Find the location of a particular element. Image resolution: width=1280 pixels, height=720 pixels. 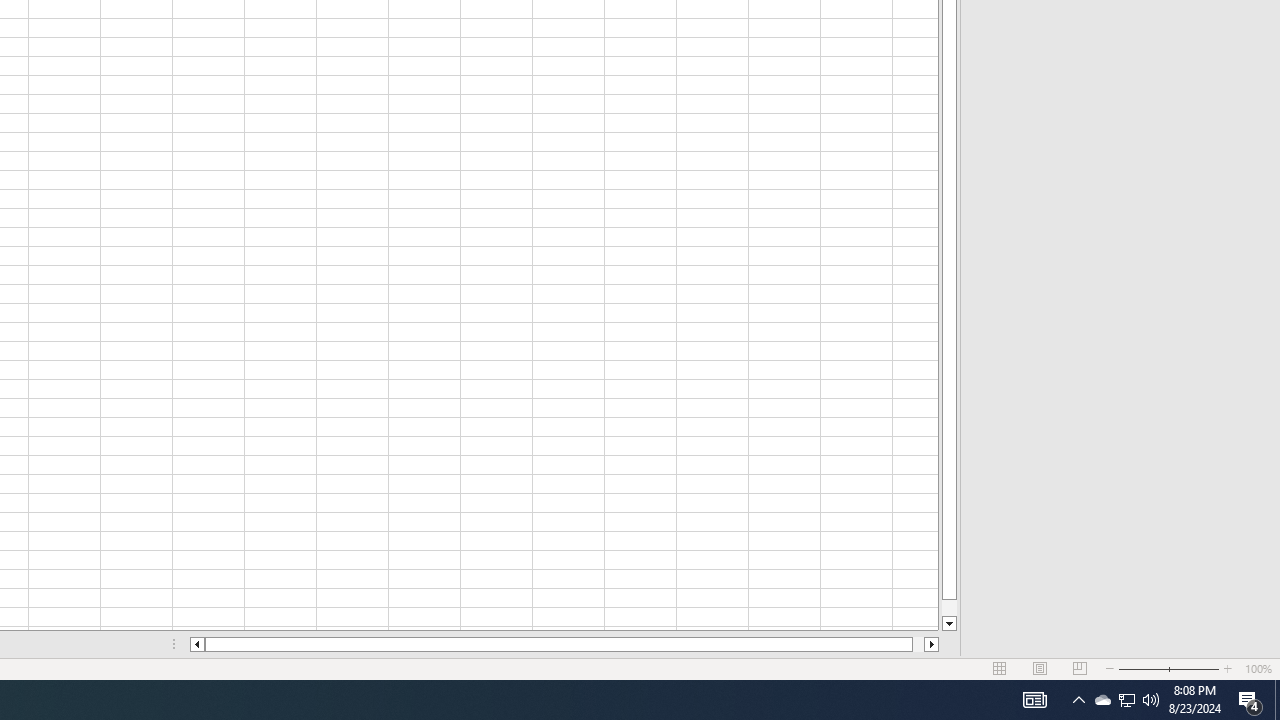

'Zoom In' is located at coordinates (1226, 669).